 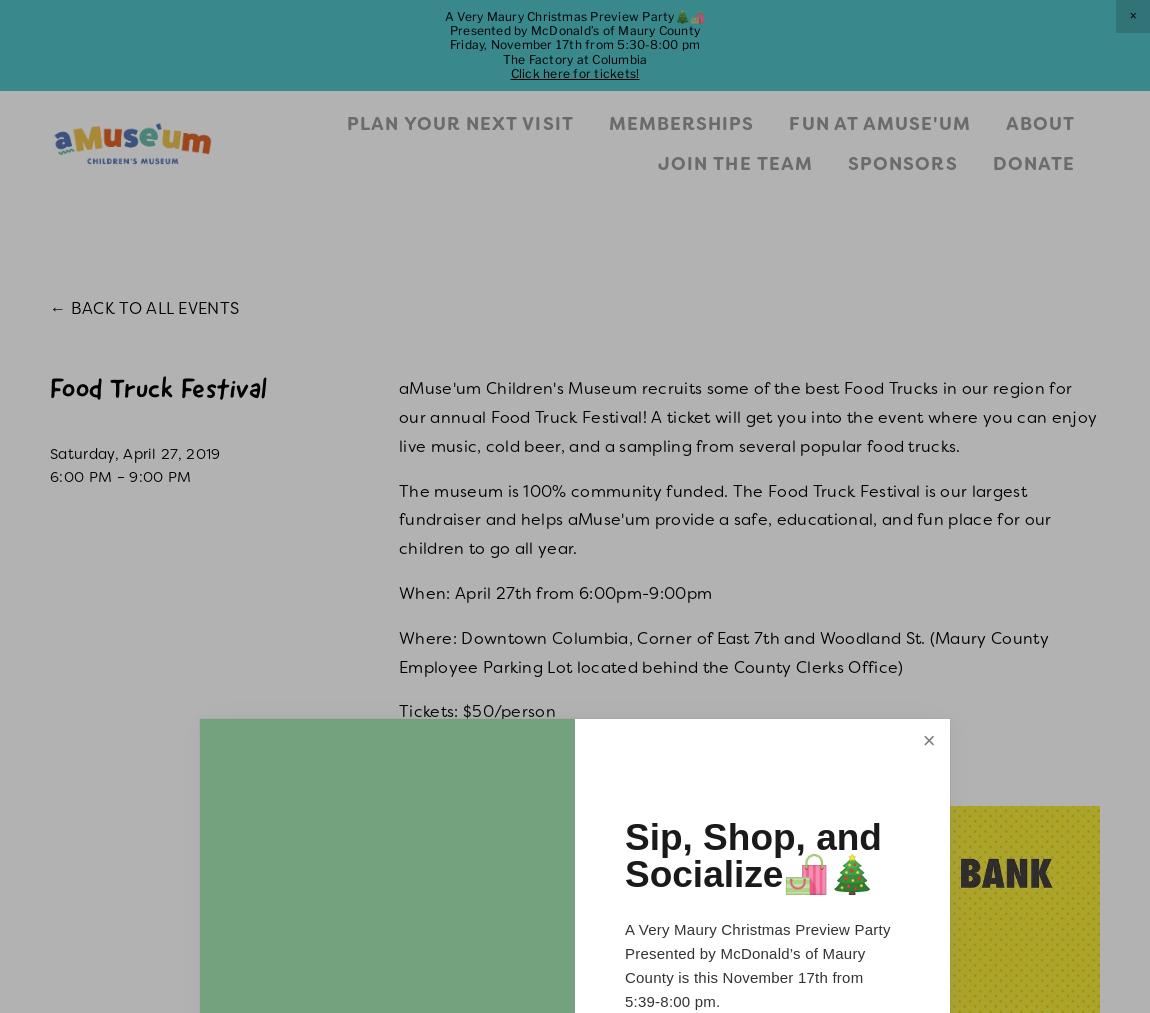 What do you see at coordinates (1039, 122) in the screenshot?
I see `'About'` at bounding box center [1039, 122].